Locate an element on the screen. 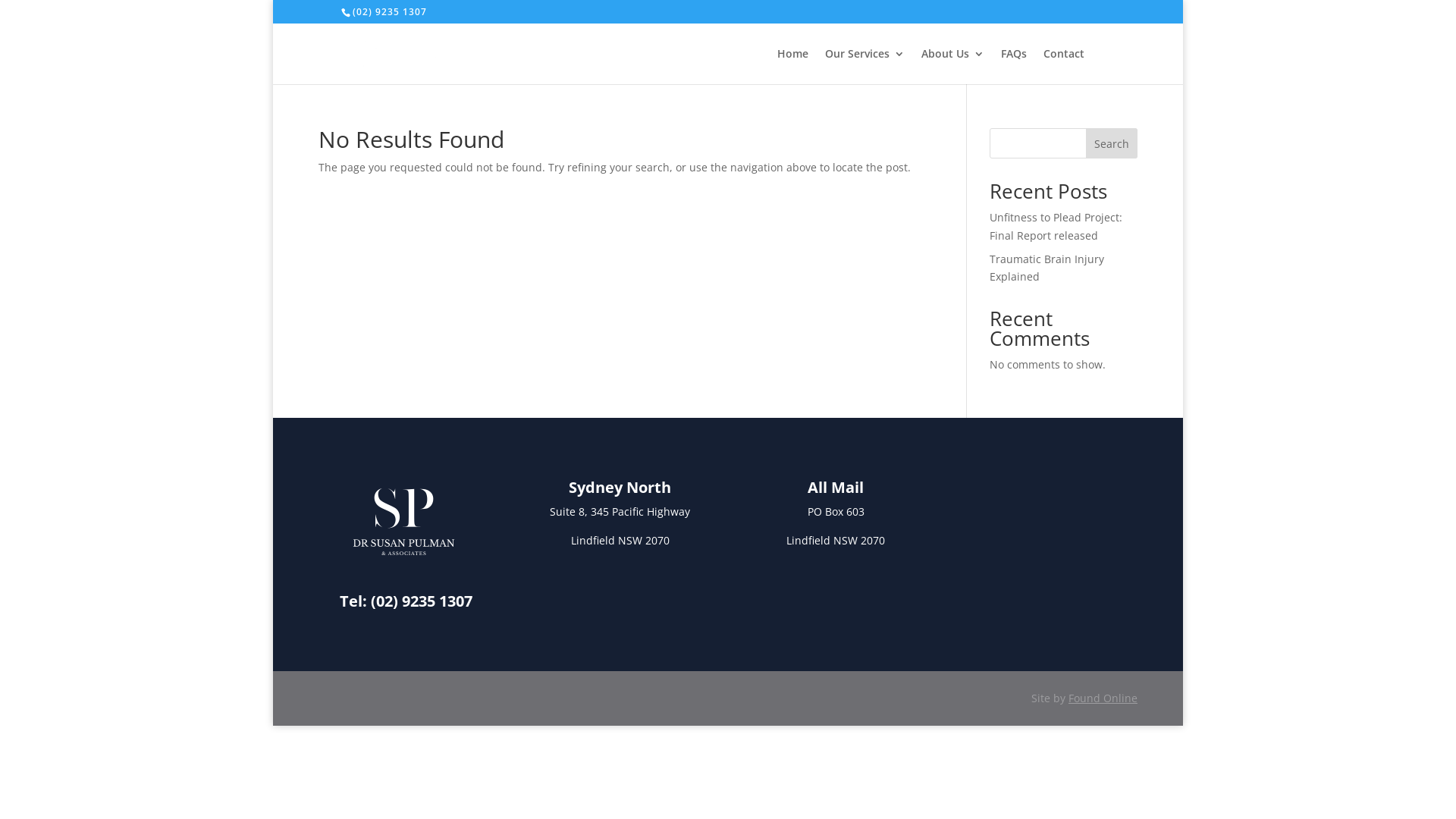 The width and height of the screenshot is (1456, 819). 'Traumatic Brain Injury Explained' is located at coordinates (1046, 267).